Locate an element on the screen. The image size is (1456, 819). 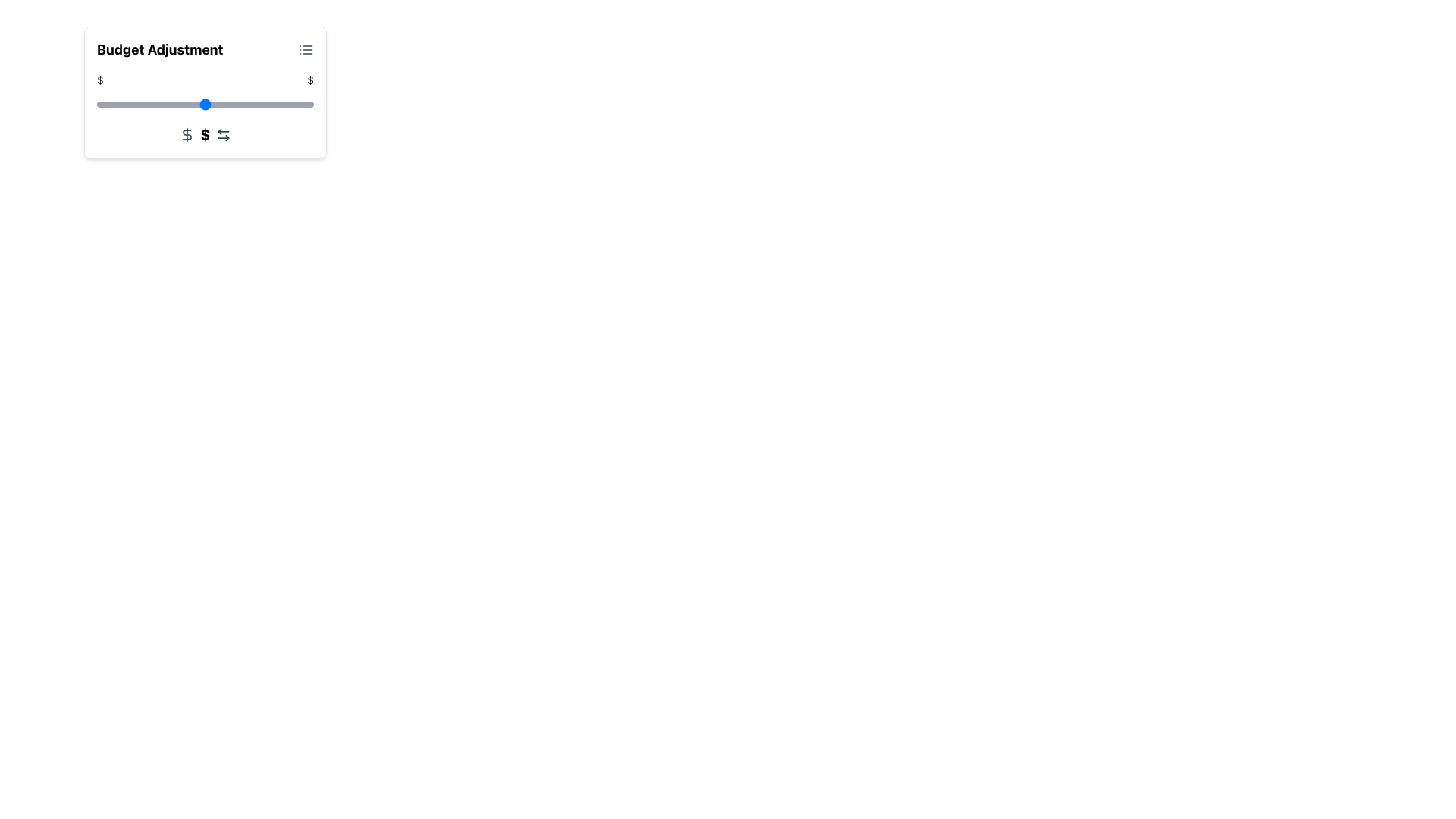
the Decorative Range Indicator located beneath the 'Budget Adjustment' title is located at coordinates (204, 80).